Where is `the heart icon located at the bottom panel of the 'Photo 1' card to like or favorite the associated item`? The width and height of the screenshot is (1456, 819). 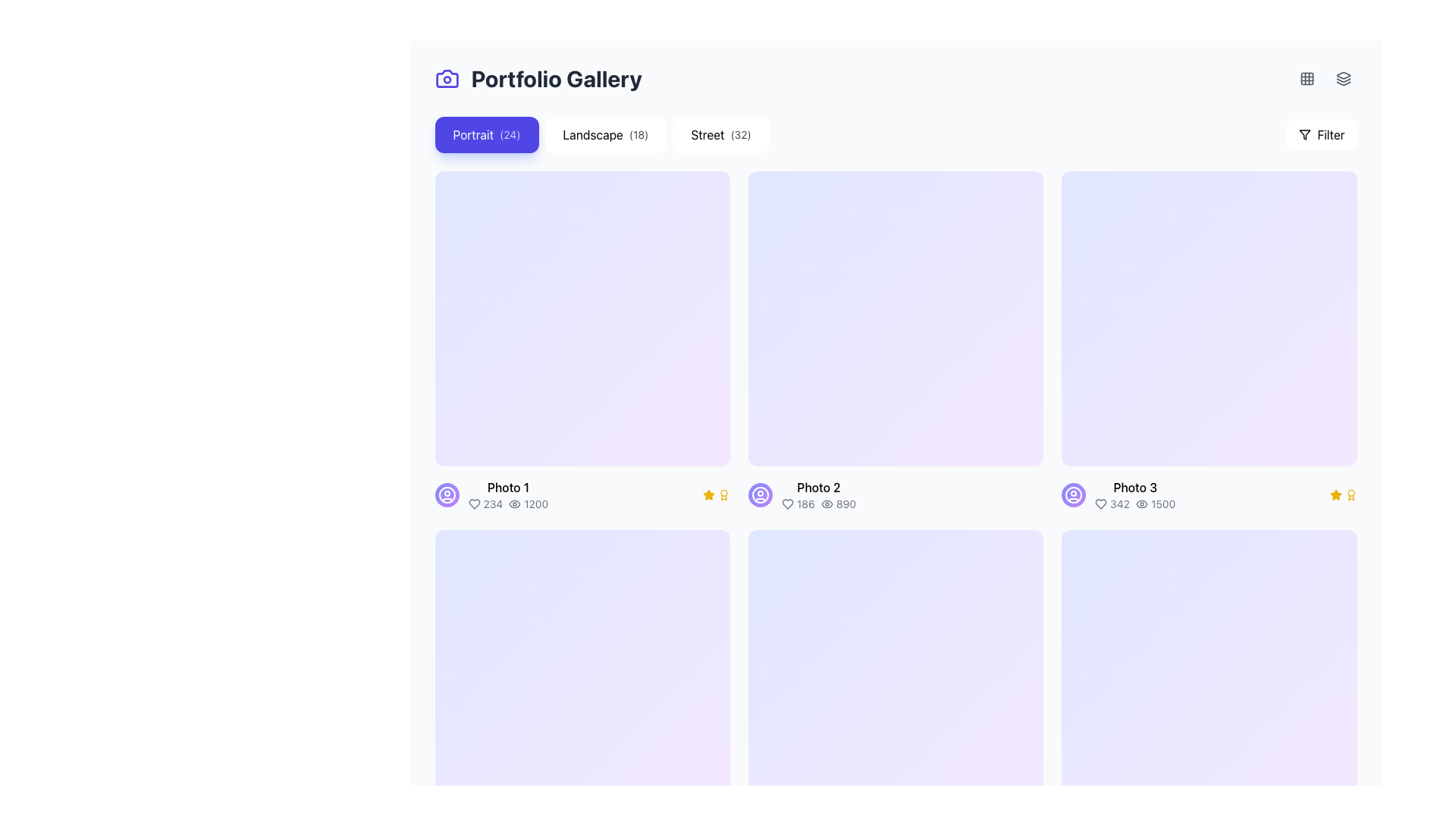
the heart icon located at the bottom panel of the 'Photo 1' card to like or favorite the associated item is located at coordinates (473, 504).